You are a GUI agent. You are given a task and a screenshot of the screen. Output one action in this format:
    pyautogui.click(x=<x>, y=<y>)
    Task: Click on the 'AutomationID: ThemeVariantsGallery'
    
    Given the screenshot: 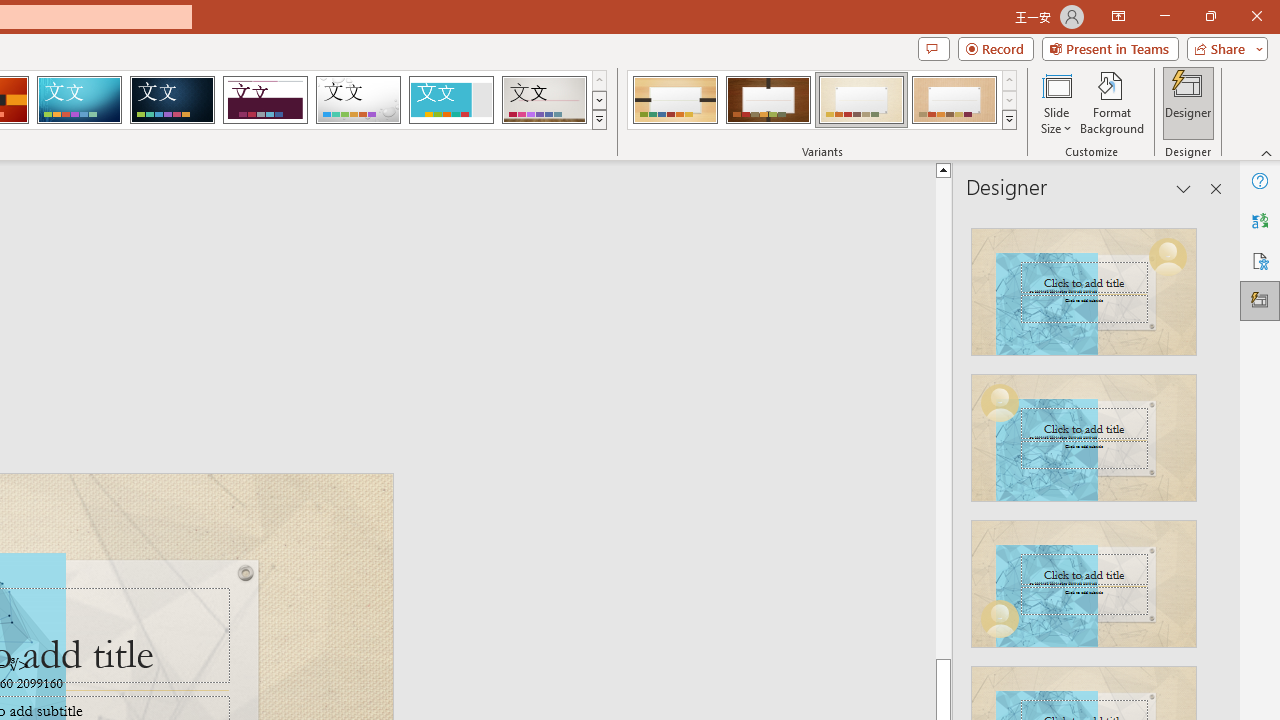 What is the action you would take?
    pyautogui.click(x=823, y=100)
    